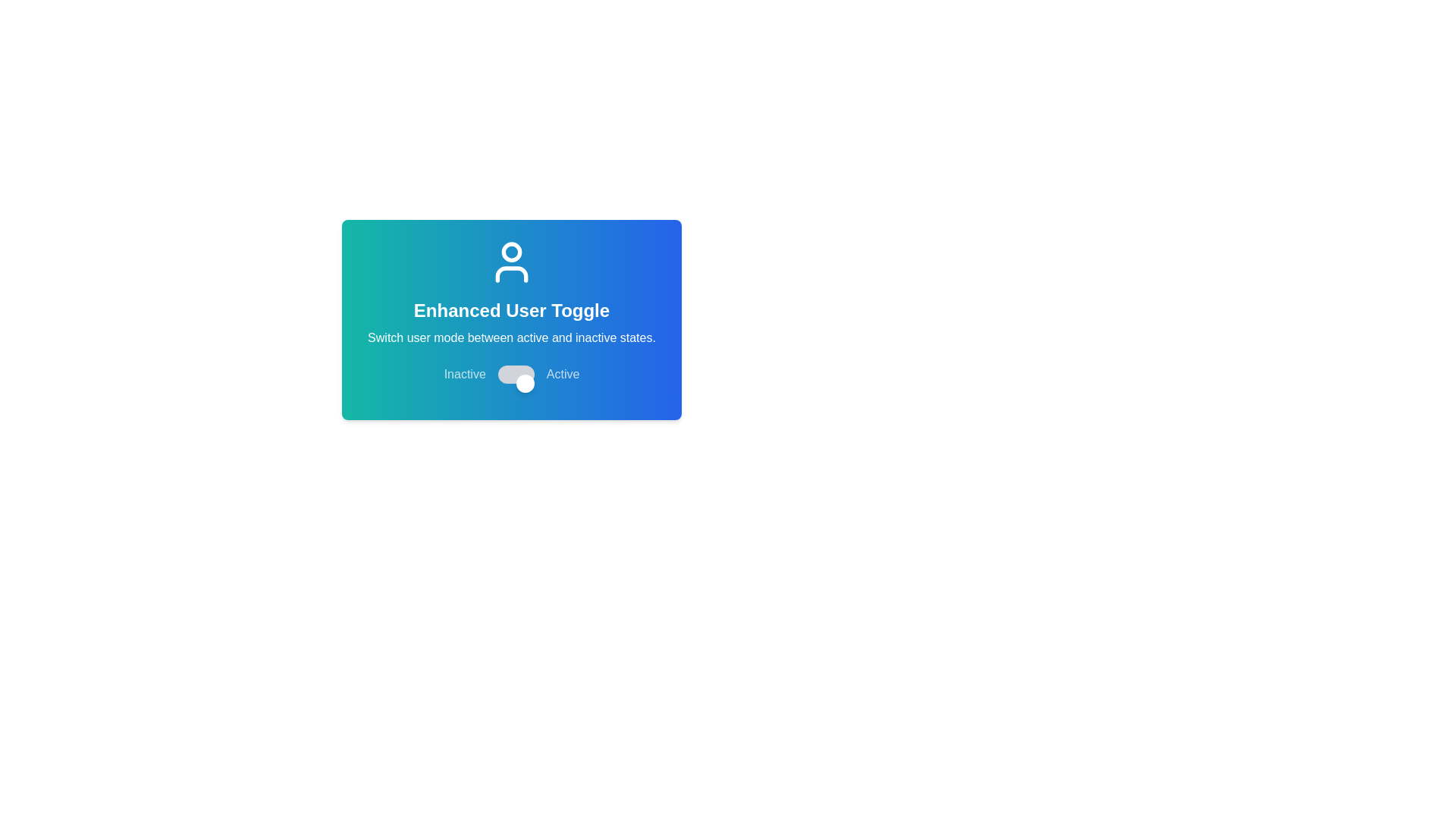  Describe the element at coordinates (562, 374) in the screenshot. I see `the 'Active' state label located to the right of the toggle switch in the 'Enhanced User Toggle' card` at that location.